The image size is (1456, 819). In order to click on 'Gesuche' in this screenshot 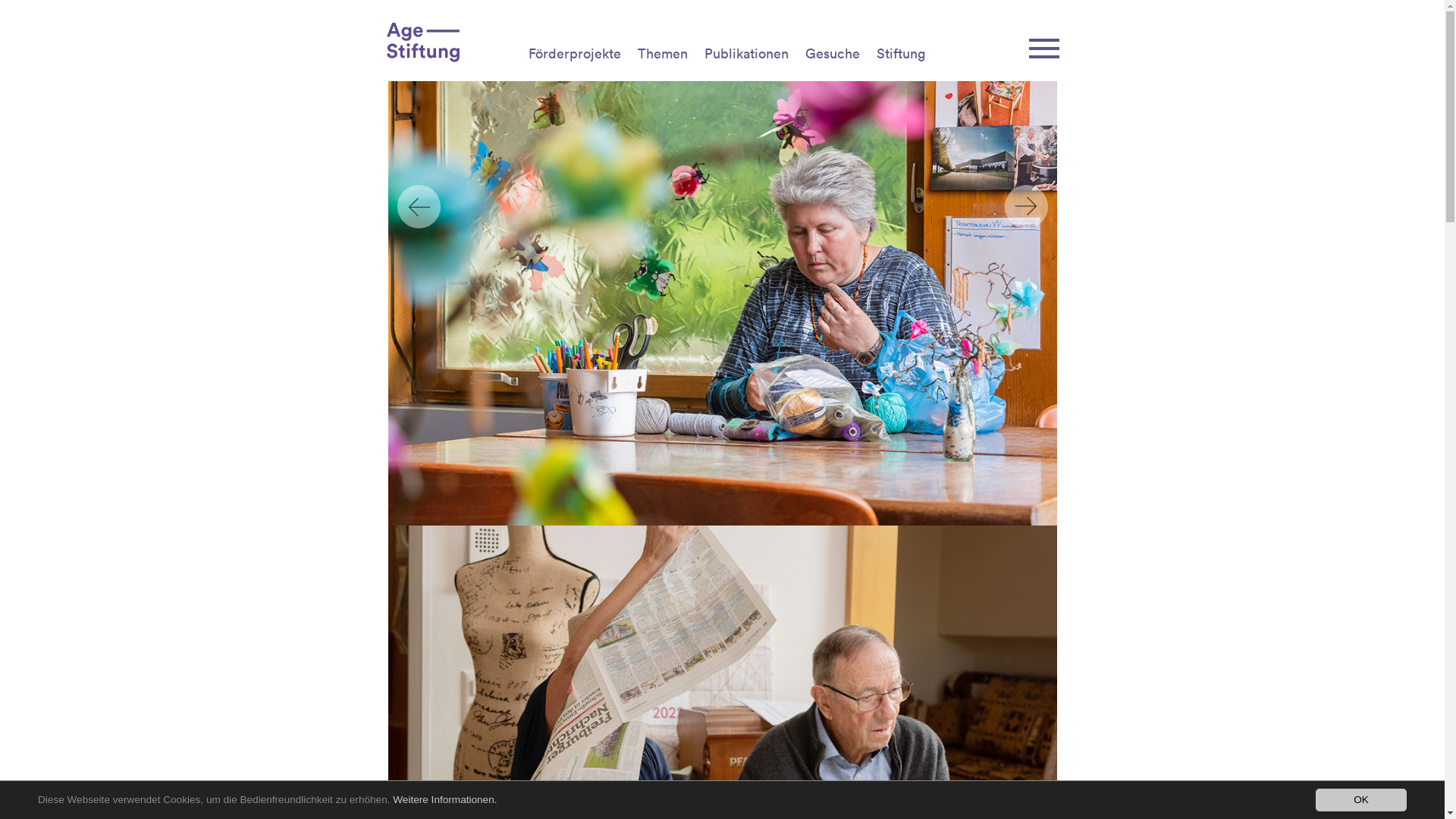, I will do `click(832, 52)`.